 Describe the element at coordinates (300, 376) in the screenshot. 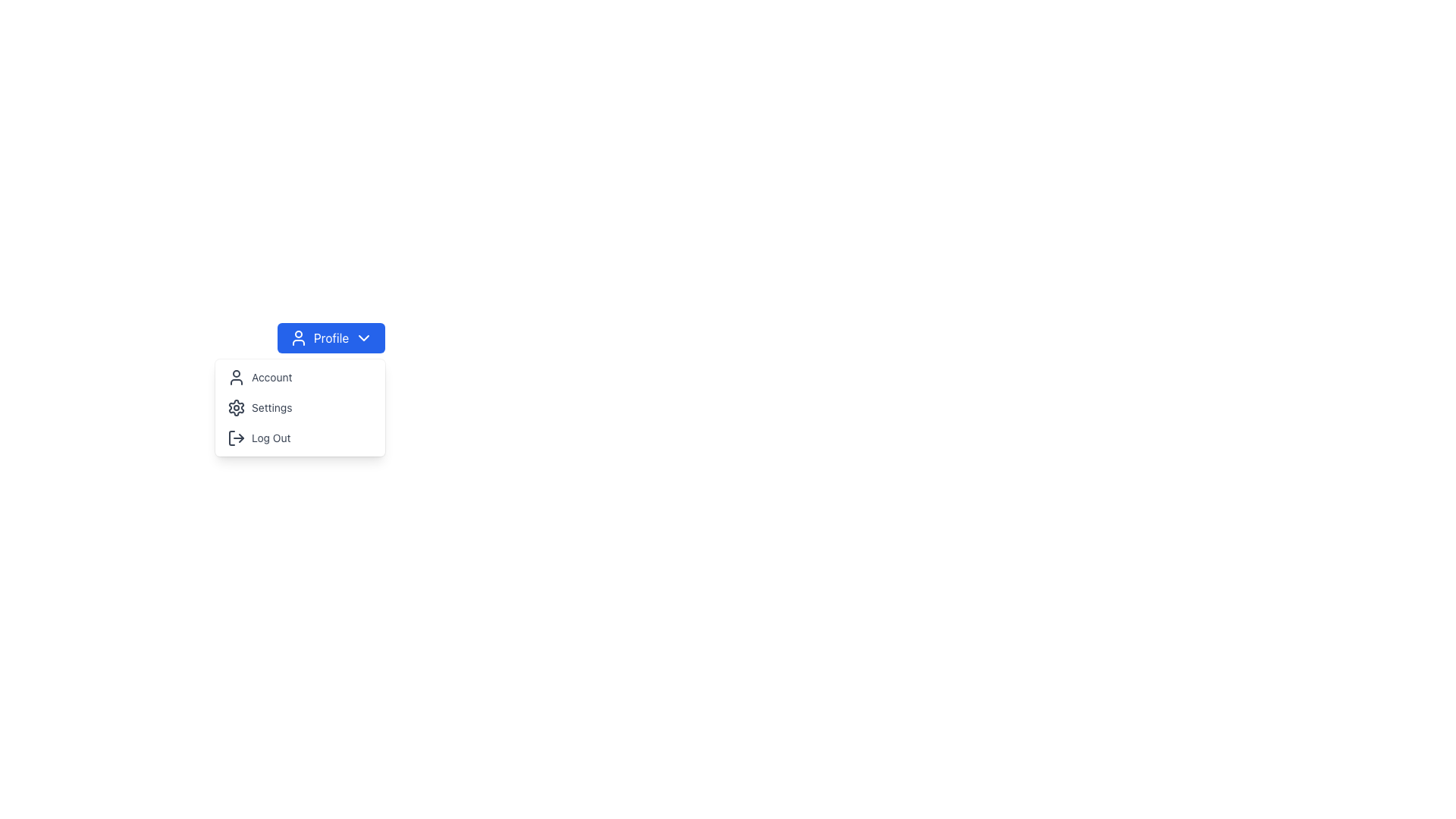

I see `the 'Account' navigational link in the dropdown menu below the 'Profile' button` at that location.